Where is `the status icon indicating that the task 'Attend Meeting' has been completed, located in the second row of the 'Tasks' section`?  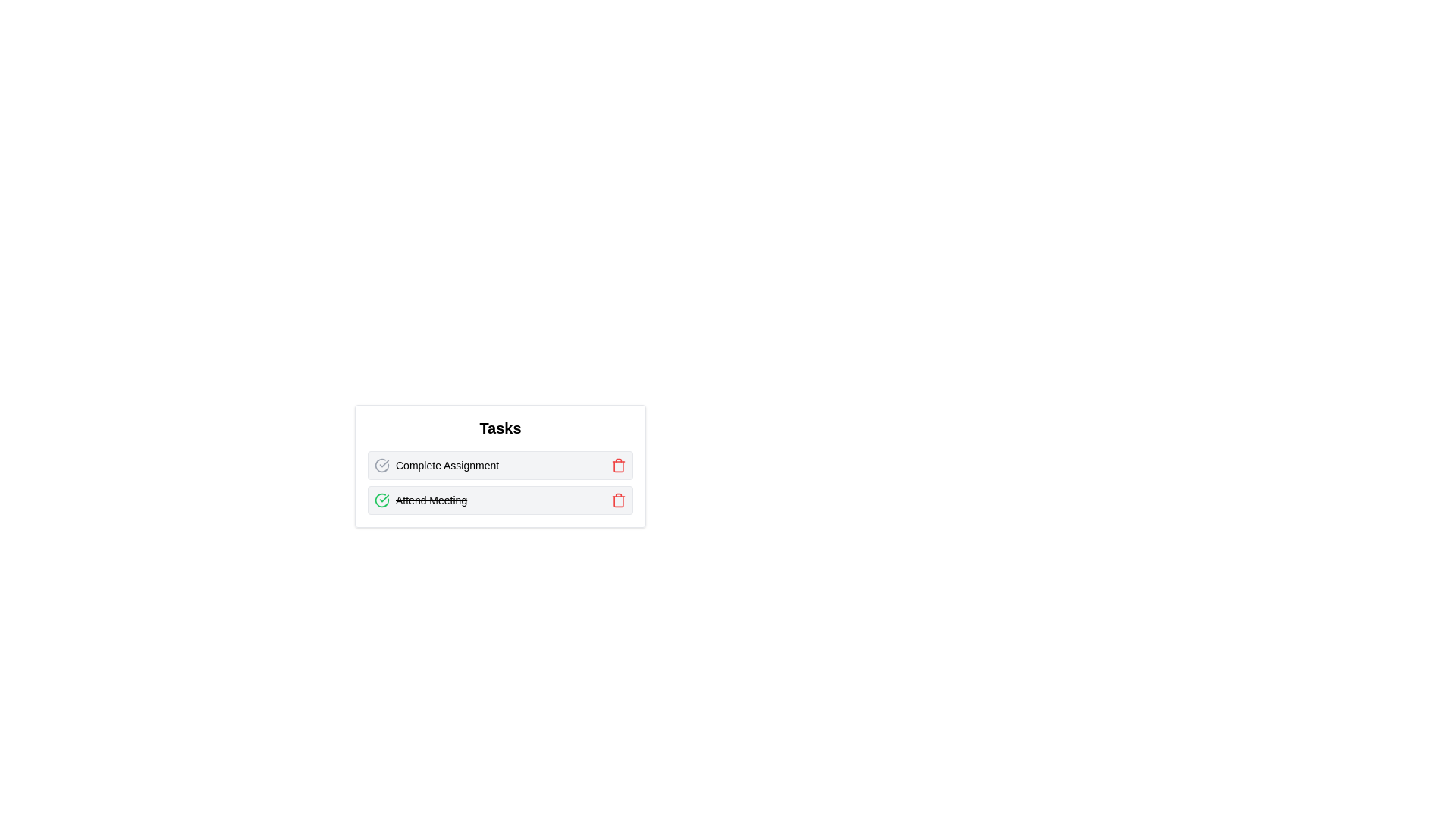 the status icon indicating that the task 'Attend Meeting' has been completed, located in the second row of the 'Tasks' section is located at coordinates (382, 500).